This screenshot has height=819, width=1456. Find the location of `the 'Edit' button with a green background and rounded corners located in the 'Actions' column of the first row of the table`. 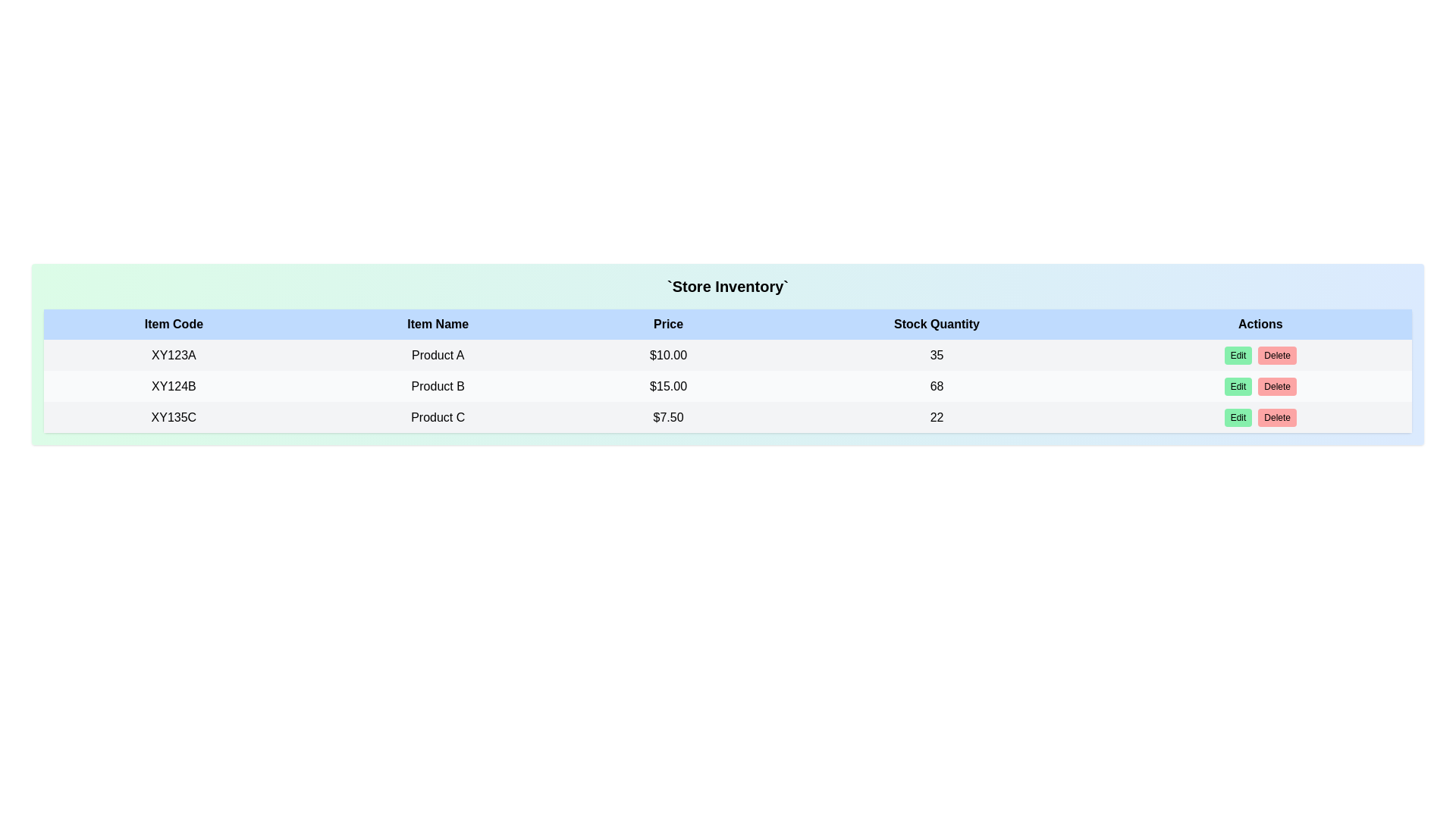

the 'Edit' button with a green background and rounded corners located in the 'Actions' column of the first row of the table is located at coordinates (1238, 356).